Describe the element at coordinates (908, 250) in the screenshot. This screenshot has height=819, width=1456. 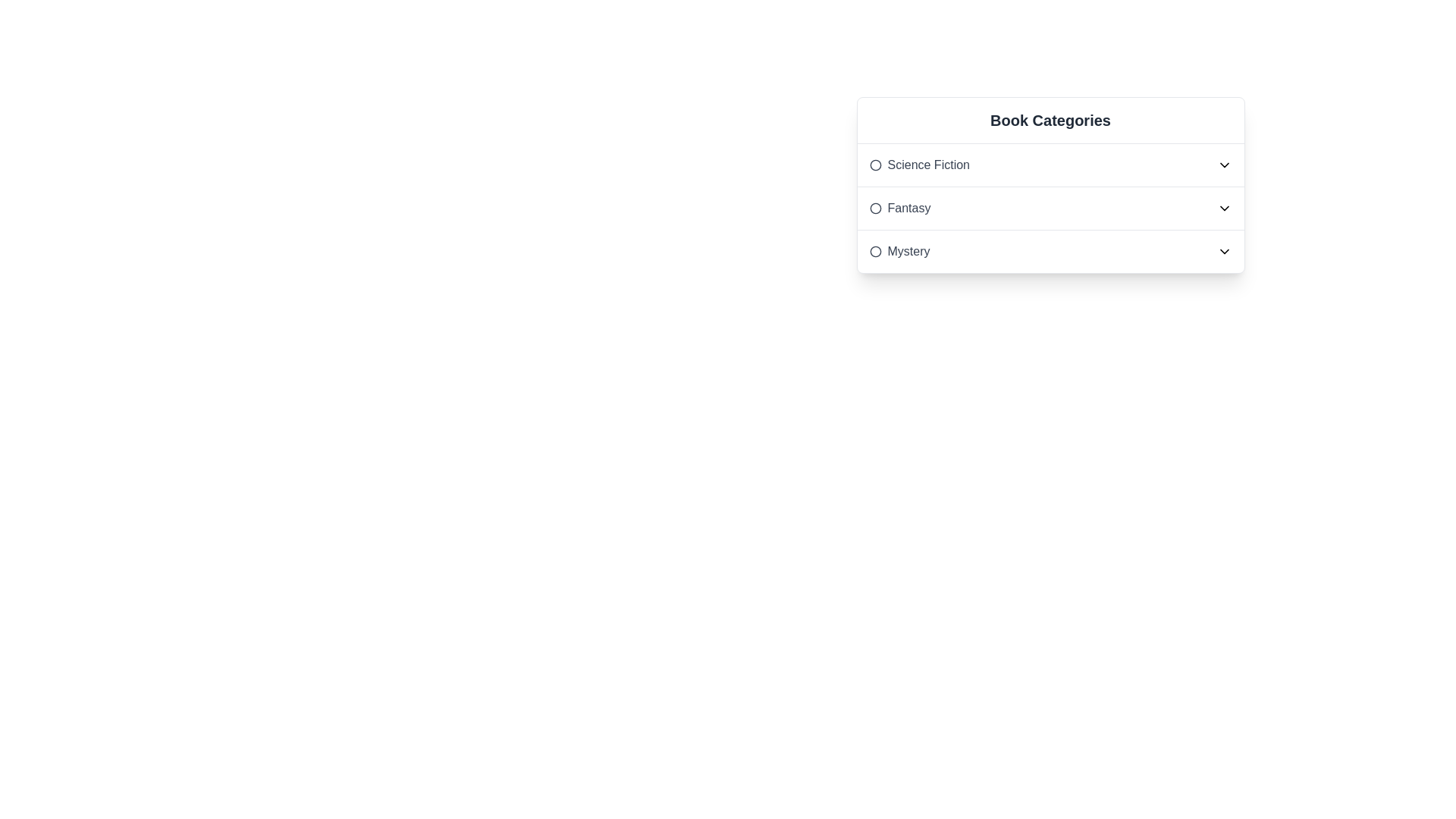
I see `the text label displaying the word 'Mystery' located in the third row of the 'Book Categories' list, positioned to the right of a circular icon` at that location.